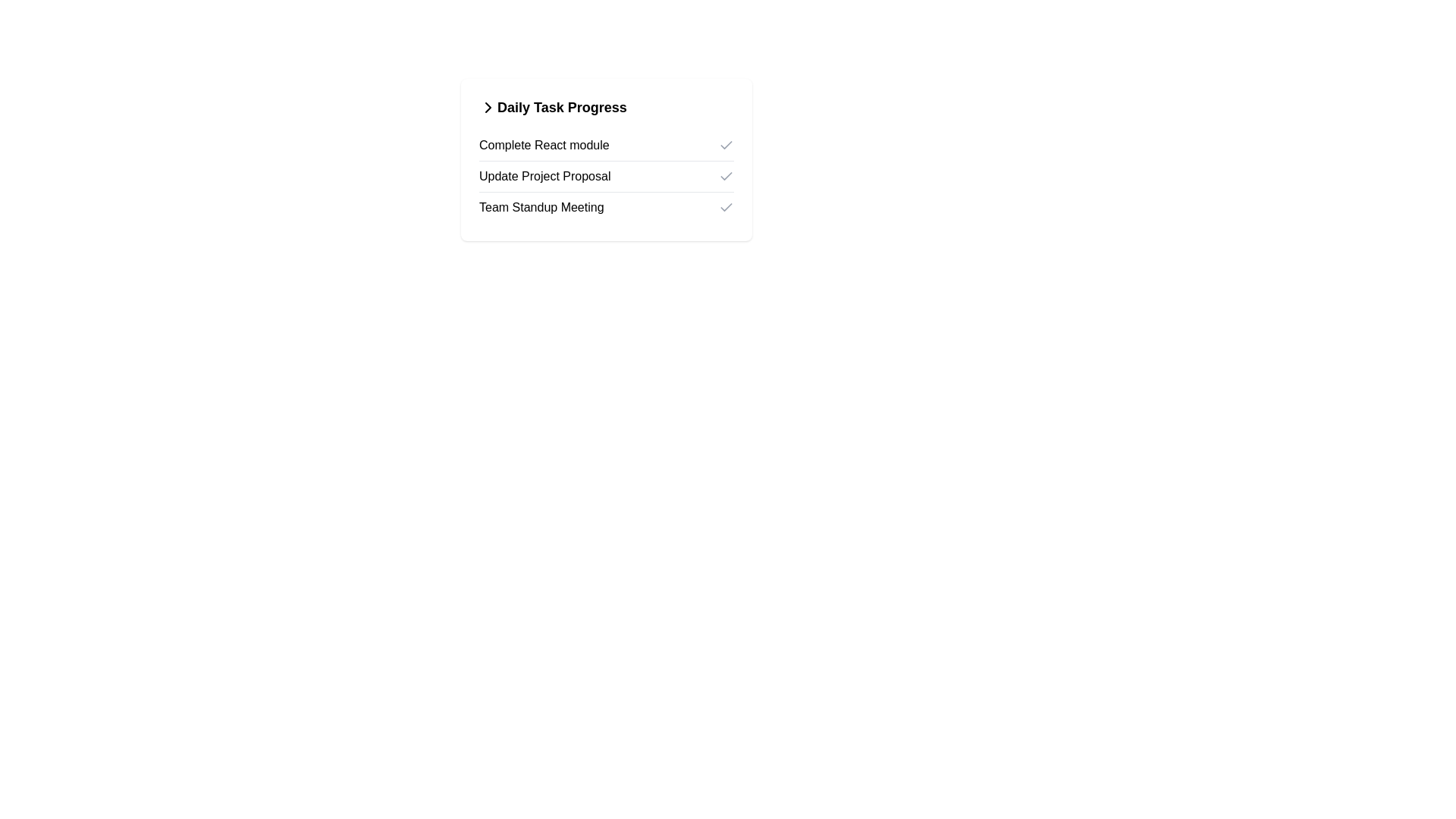 The height and width of the screenshot is (819, 1456). Describe the element at coordinates (726, 145) in the screenshot. I see `completion status icon (SVG graphic) located to the right of the text 'Complete React module' in the task list using development tools` at that location.